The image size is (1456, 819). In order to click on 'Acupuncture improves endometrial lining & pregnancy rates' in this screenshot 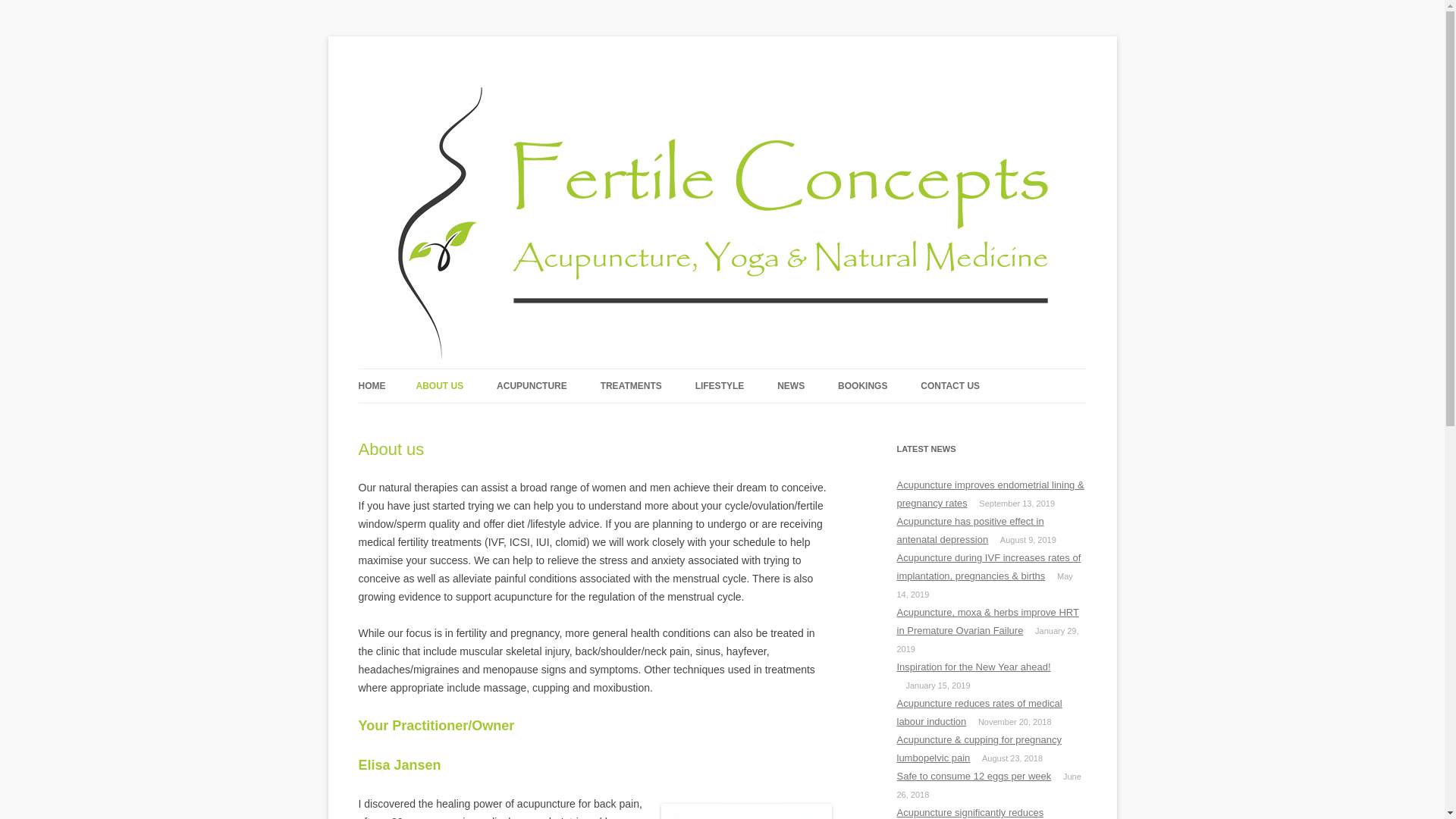, I will do `click(990, 494)`.